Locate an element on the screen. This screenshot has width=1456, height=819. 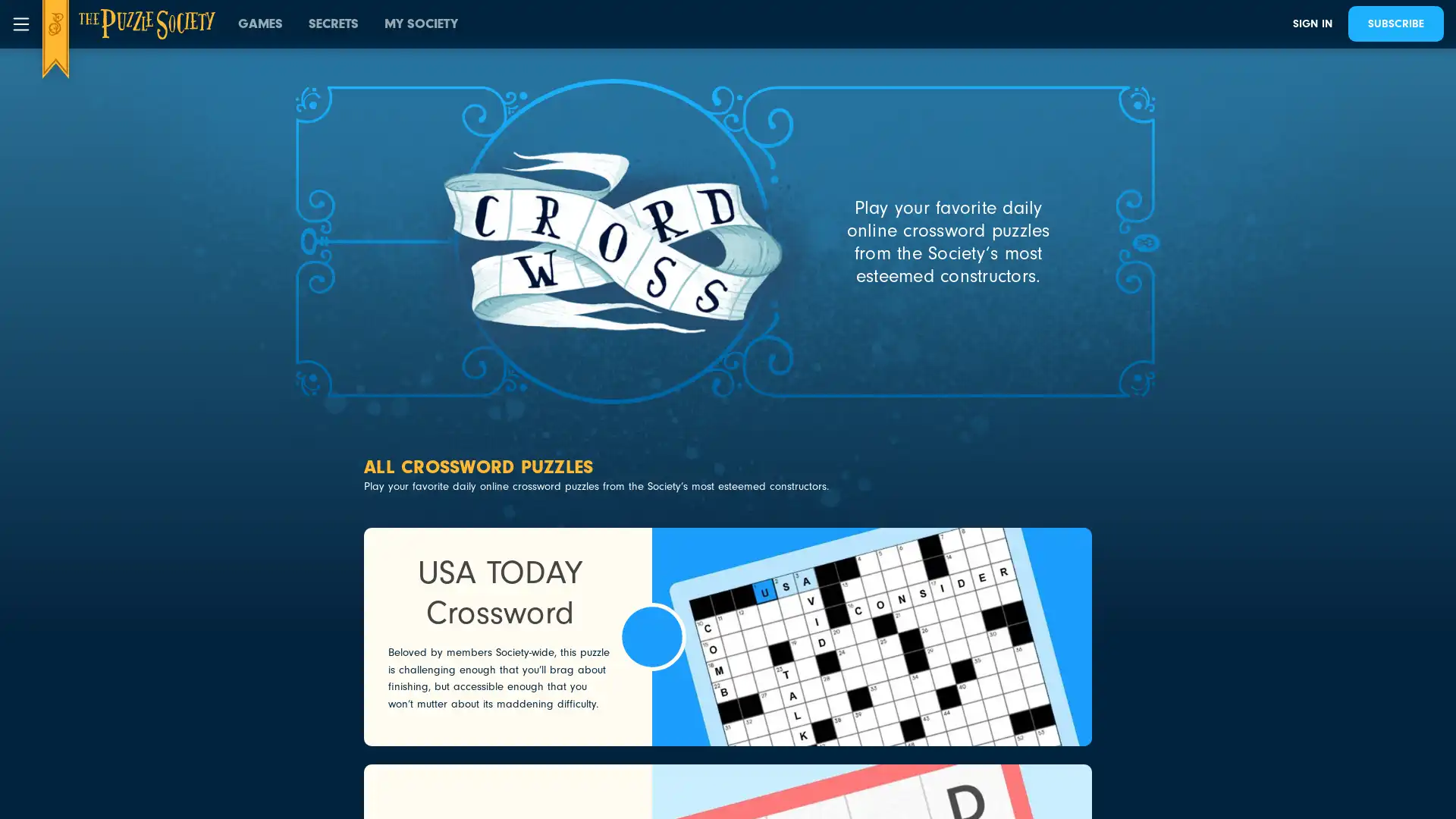
SIGN IN is located at coordinates (1312, 24).